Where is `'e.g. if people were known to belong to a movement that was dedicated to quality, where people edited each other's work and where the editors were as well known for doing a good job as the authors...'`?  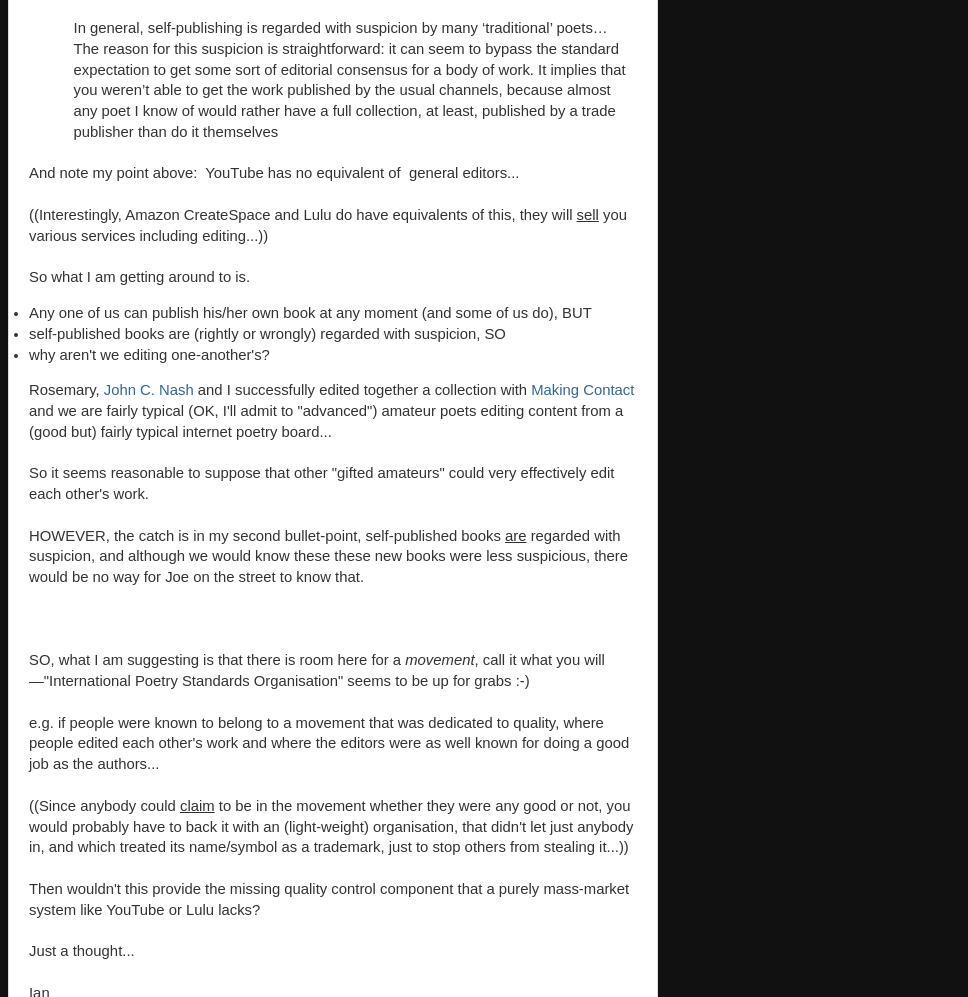
'e.g. if people were known to belong to a movement that was dedicated to quality, where people edited each other's work and where the editors were as well known for doing a good job as the authors...' is located at coordinates (329, 742).